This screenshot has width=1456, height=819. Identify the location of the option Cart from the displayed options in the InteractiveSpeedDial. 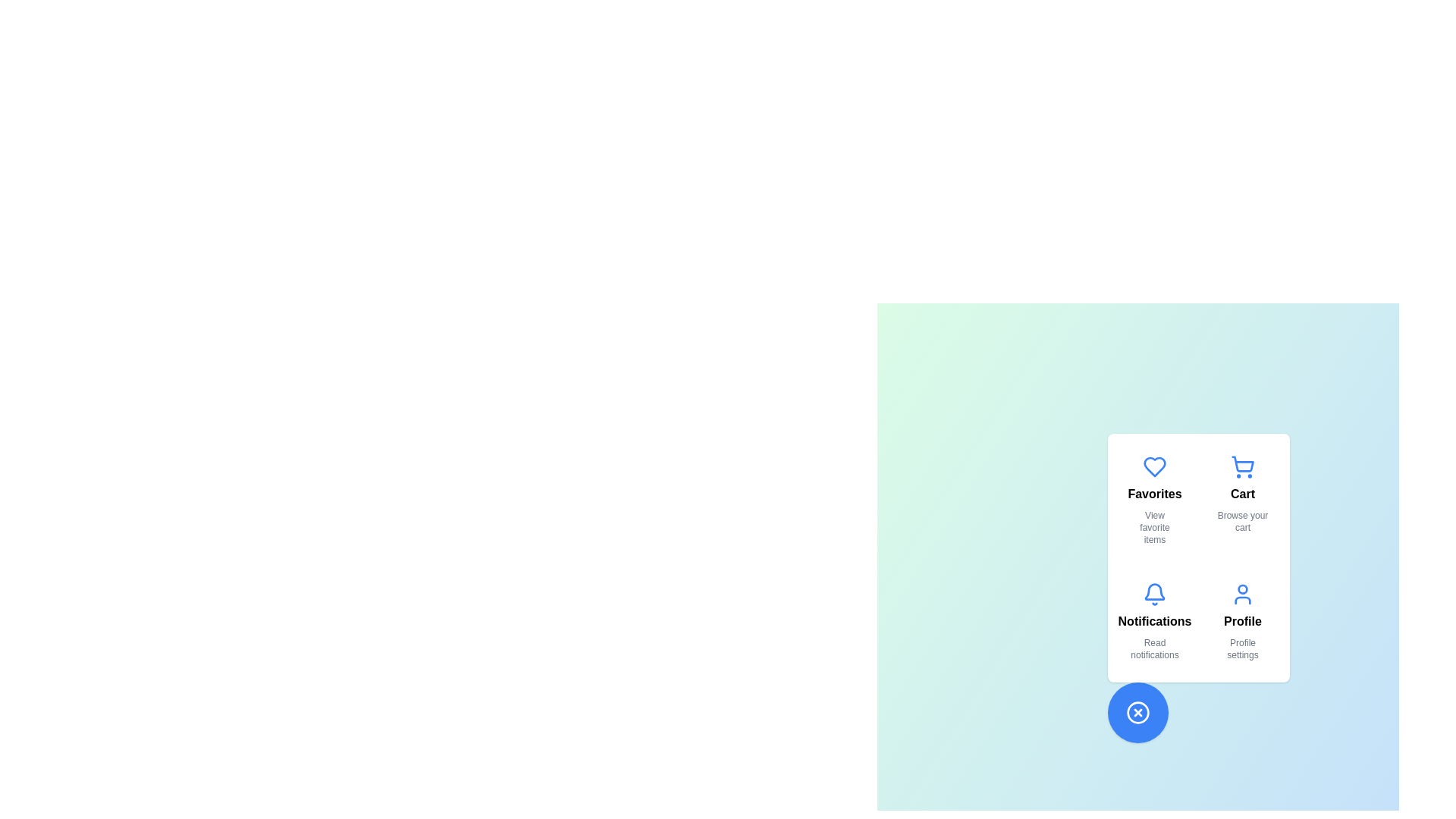
(1242, 500).